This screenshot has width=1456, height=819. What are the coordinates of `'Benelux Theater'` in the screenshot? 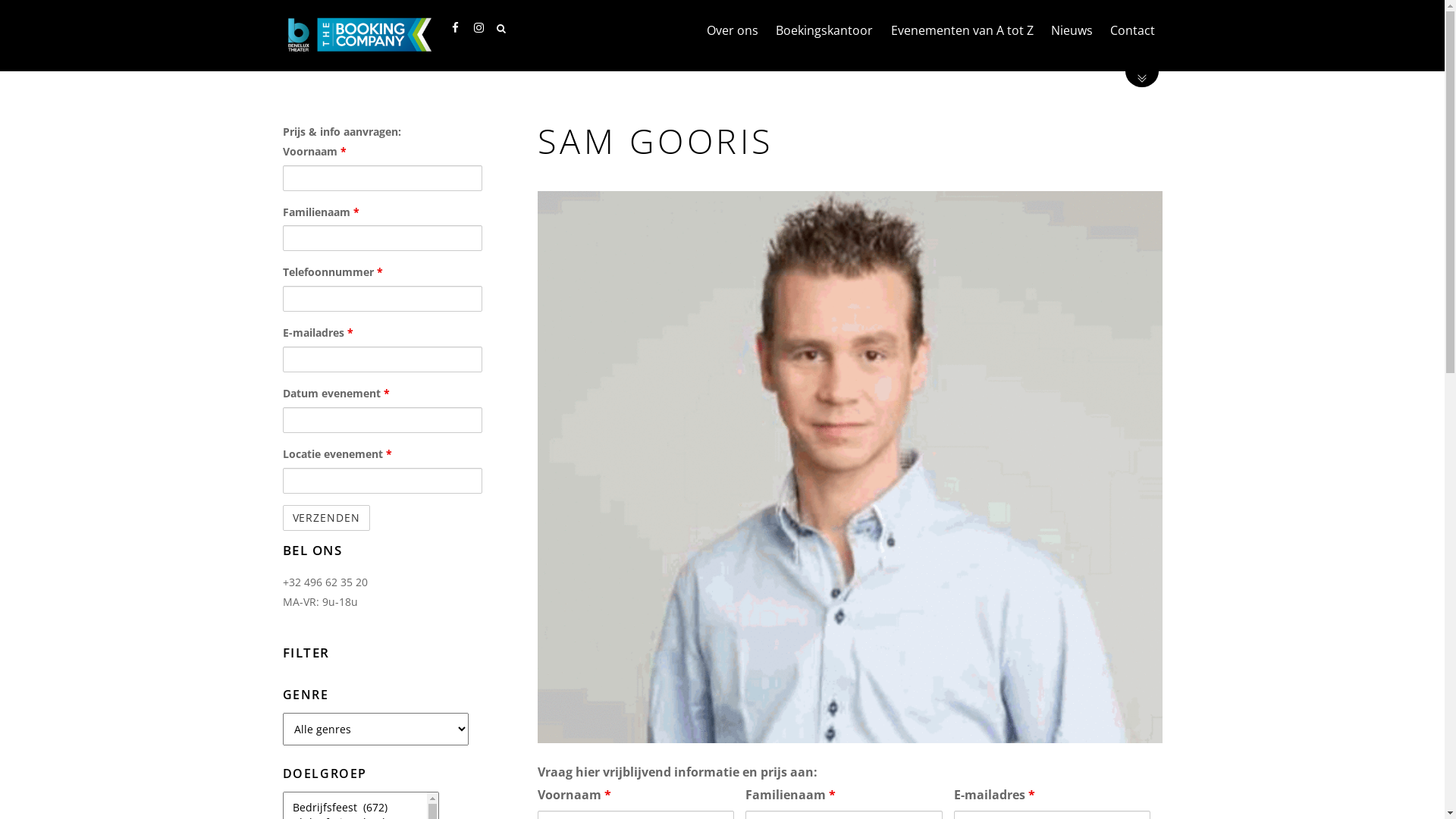 It's located at (356, 34).